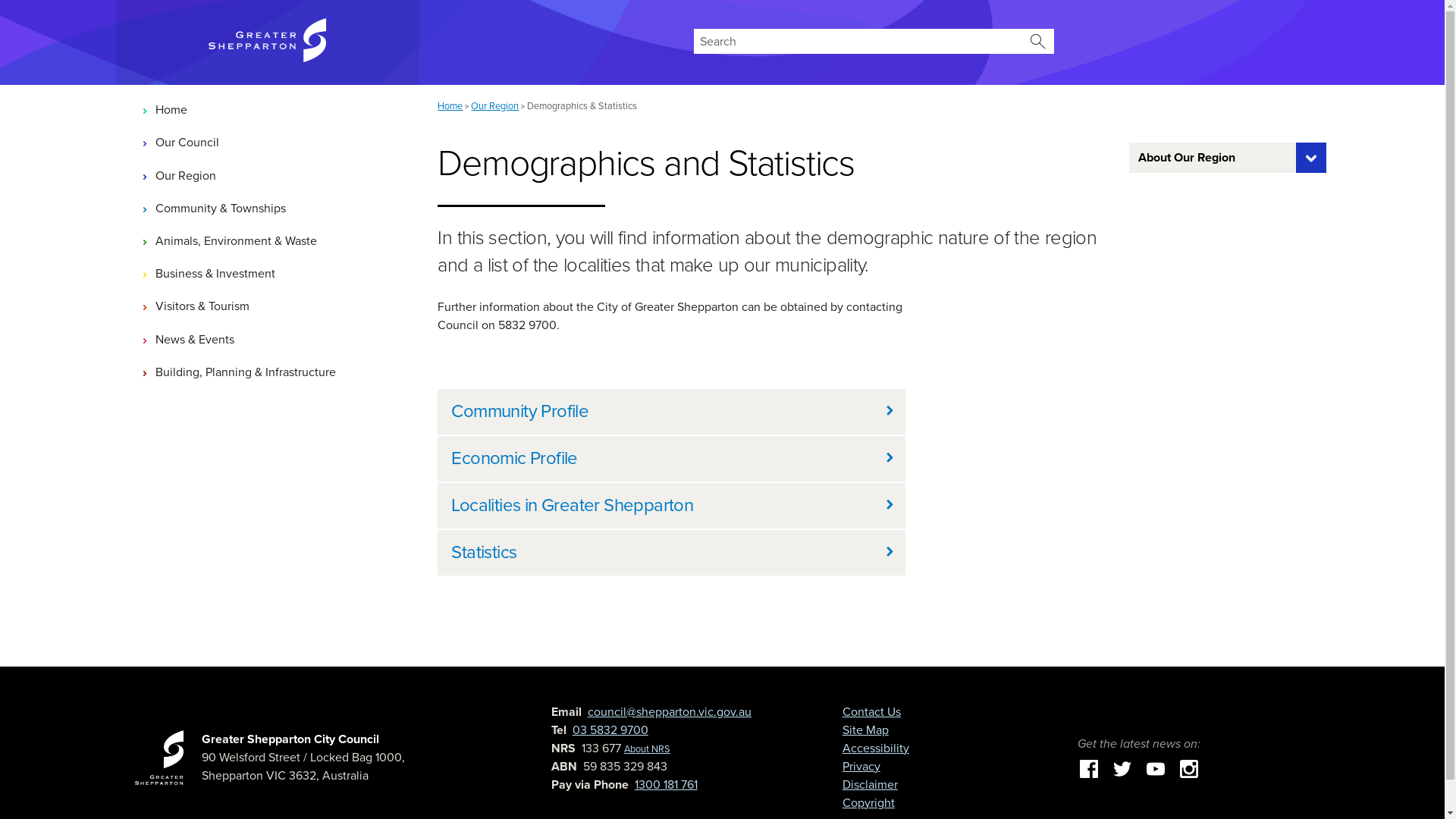 The width and height of the screenshot is (1456, 819). Describe the element at coordinates (268, 306) in the screenshot. I see `'Visitors & Tourism'` at that location.